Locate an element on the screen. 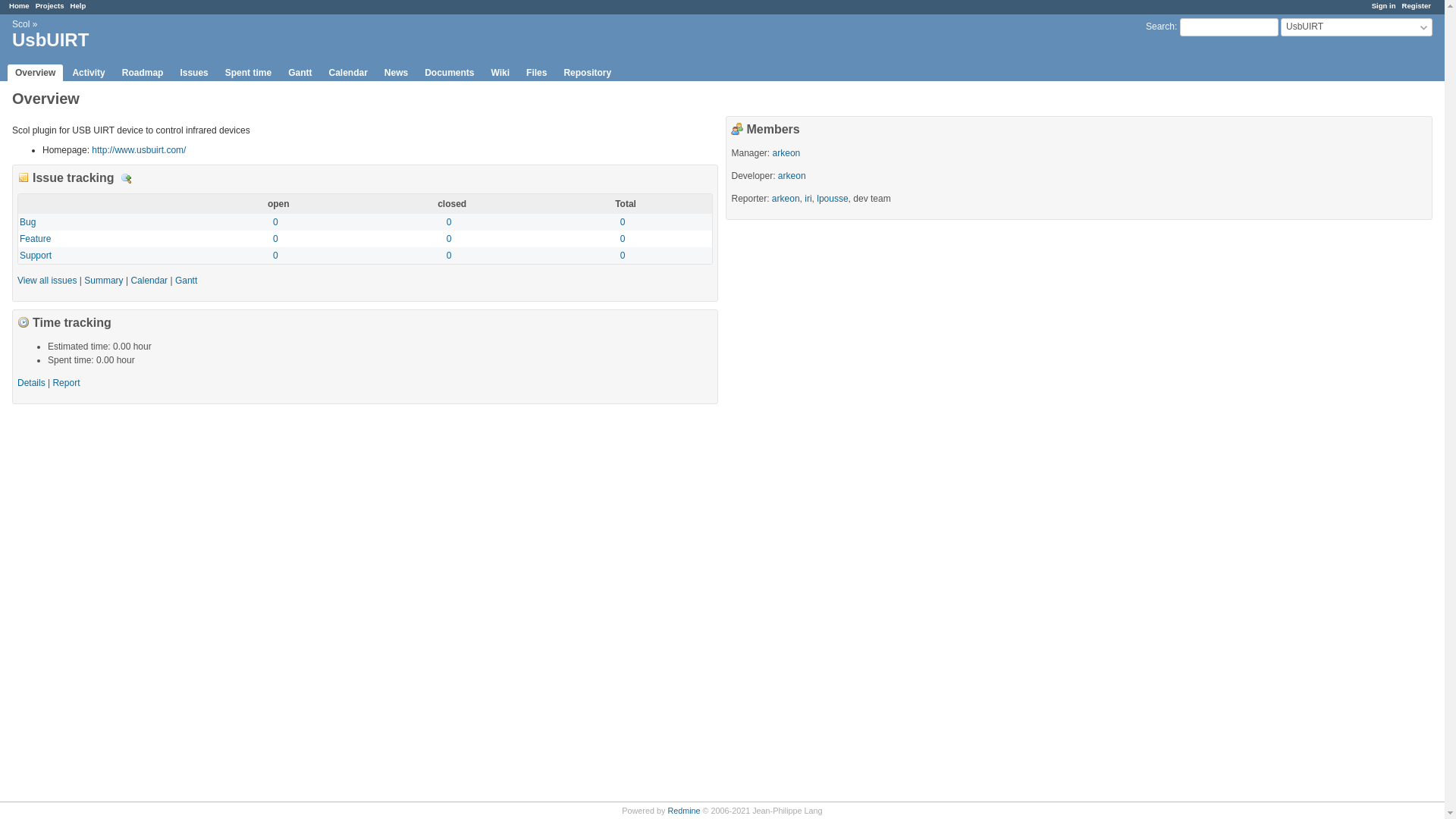 The image size is (1456, 819). 'iri' is located at coordinates (803, 198).